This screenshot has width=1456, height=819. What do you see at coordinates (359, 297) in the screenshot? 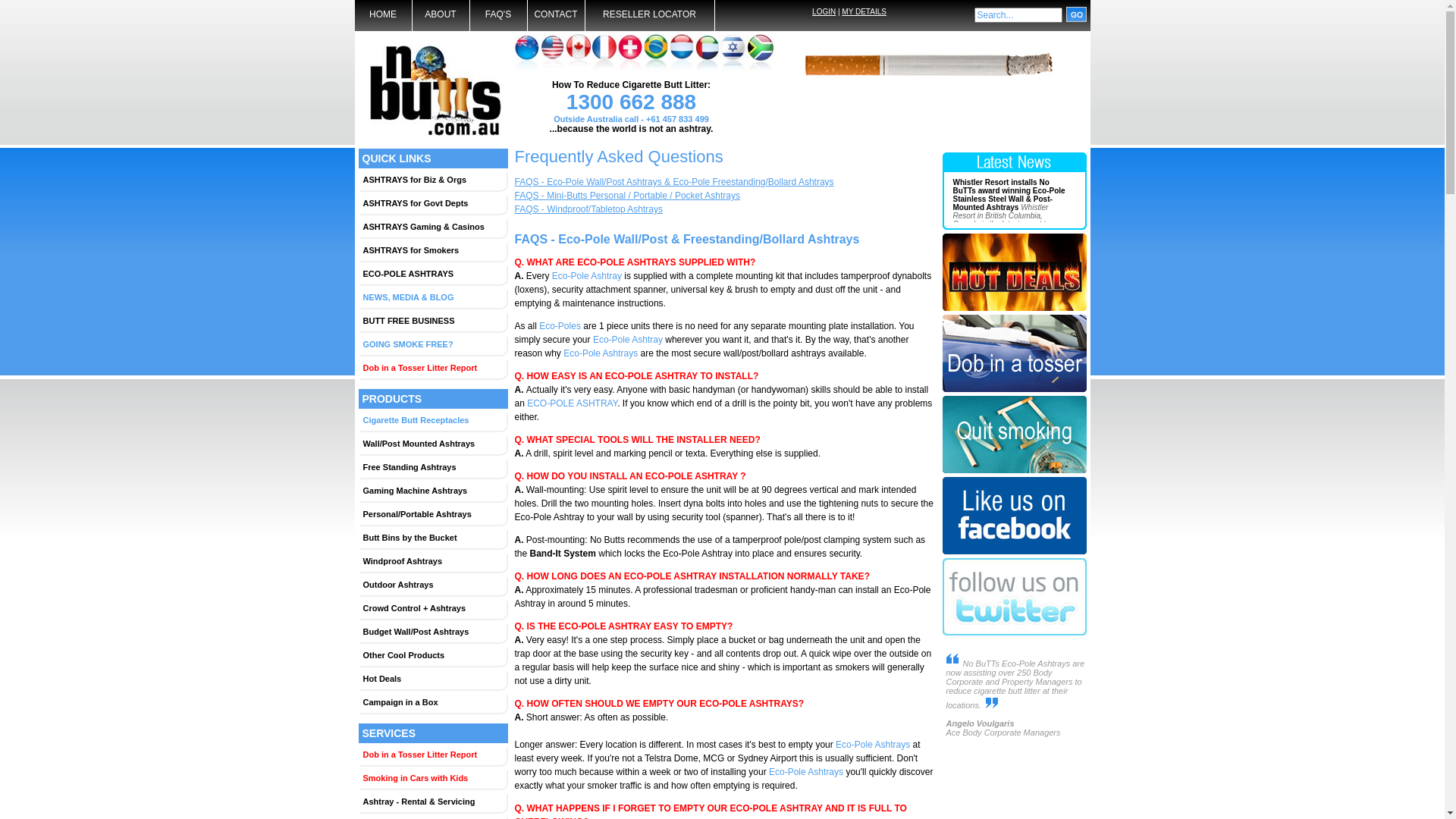
I see `'NEWS, MEDIA & BLOG'` at bounding box center [359, 297].